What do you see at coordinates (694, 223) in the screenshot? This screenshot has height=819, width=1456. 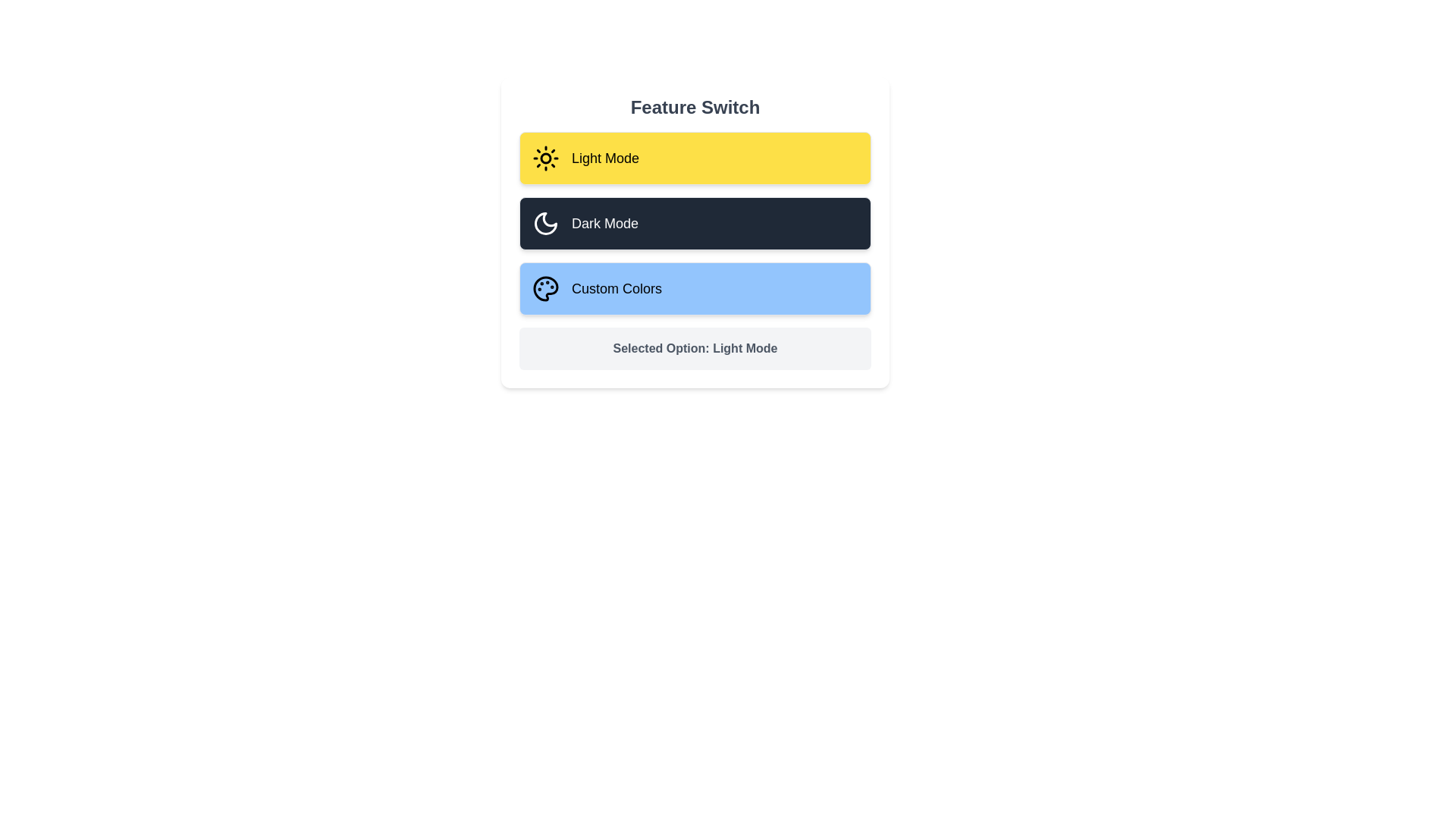 I see `the button corresponding to Dark Mode` at bounding box center [694, 223].